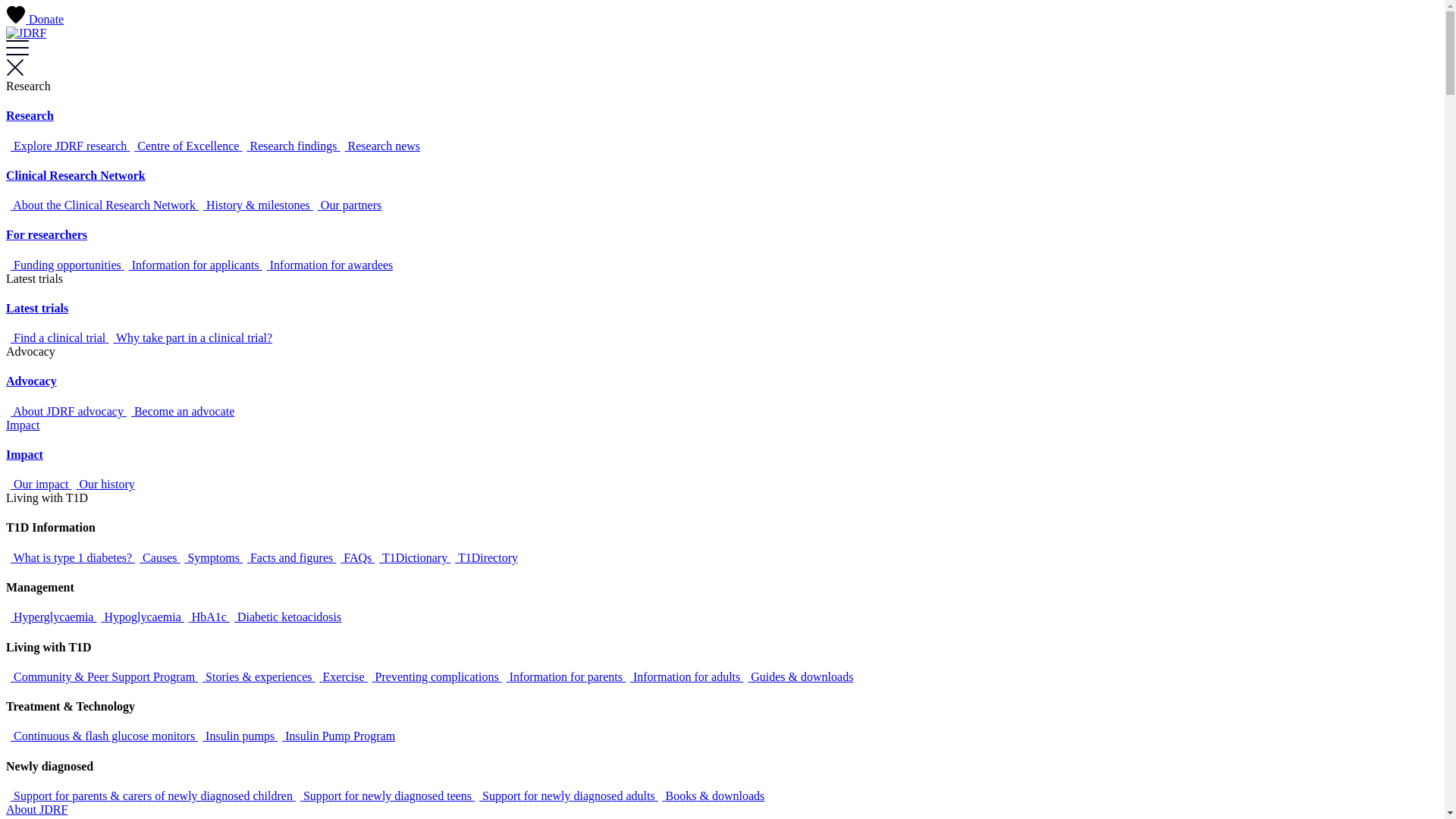  I want to click on 'T1Directory', so click(483, 557).